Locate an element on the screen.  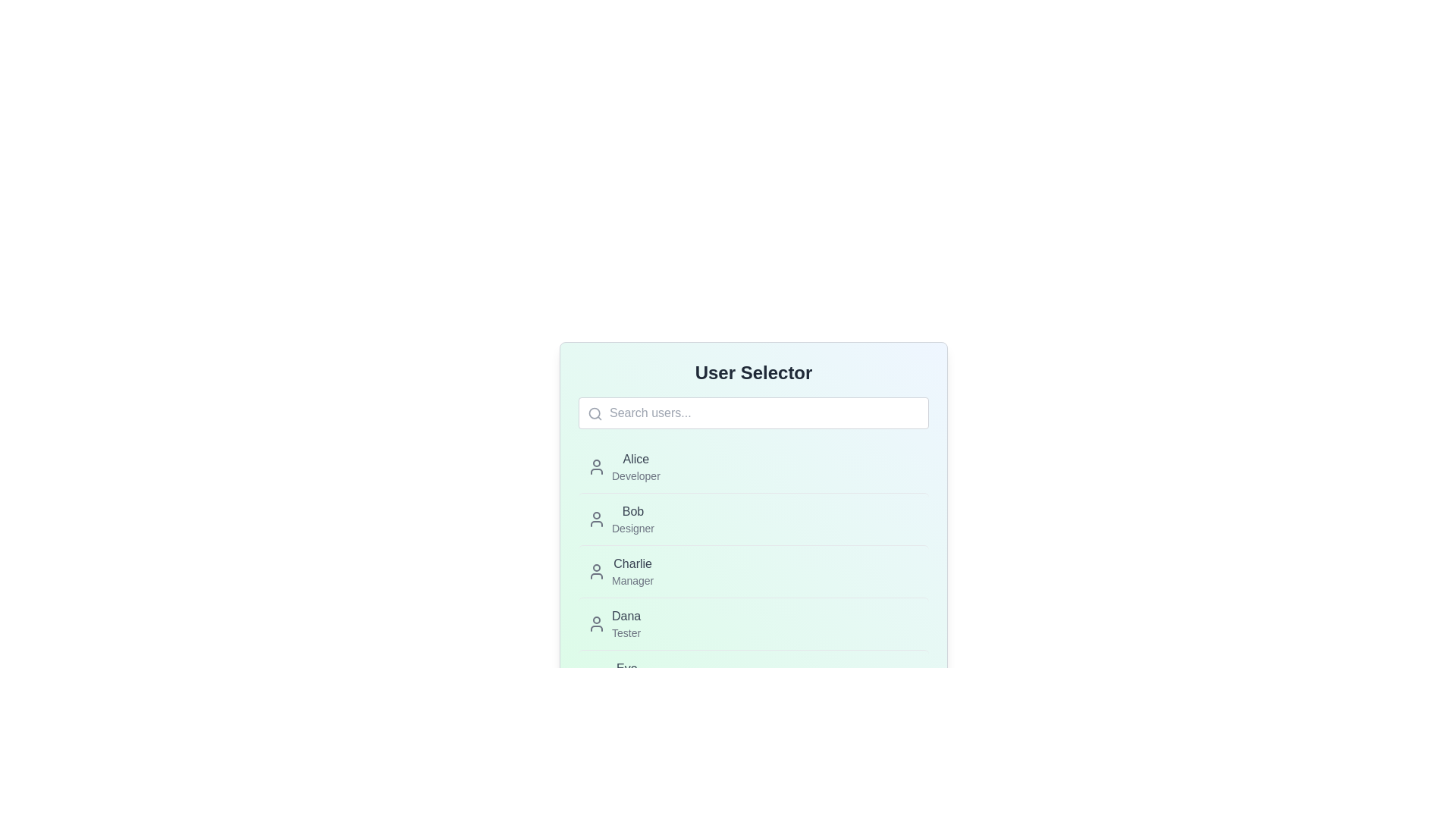
the 'User Selector' text component, which is bold, centered, and displayed in a large font with a dark gray color on a light background is located at coordinates (753, 373).